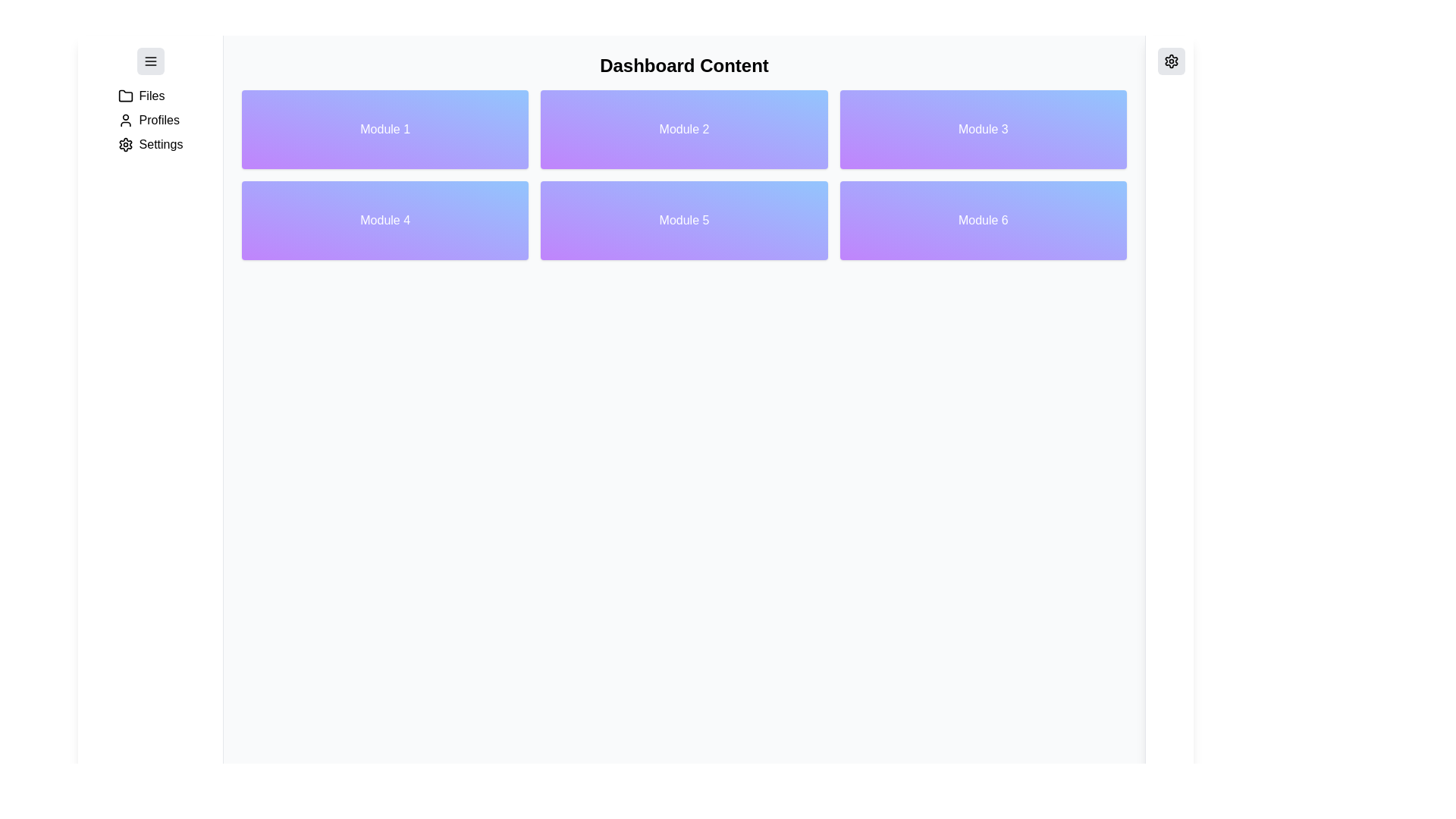  What do you see at coordinates (150, 61) in the screenshot?
I see `the Menu Icon located in the navigation pane on the left-hand side` at bounding box center [150, 61].